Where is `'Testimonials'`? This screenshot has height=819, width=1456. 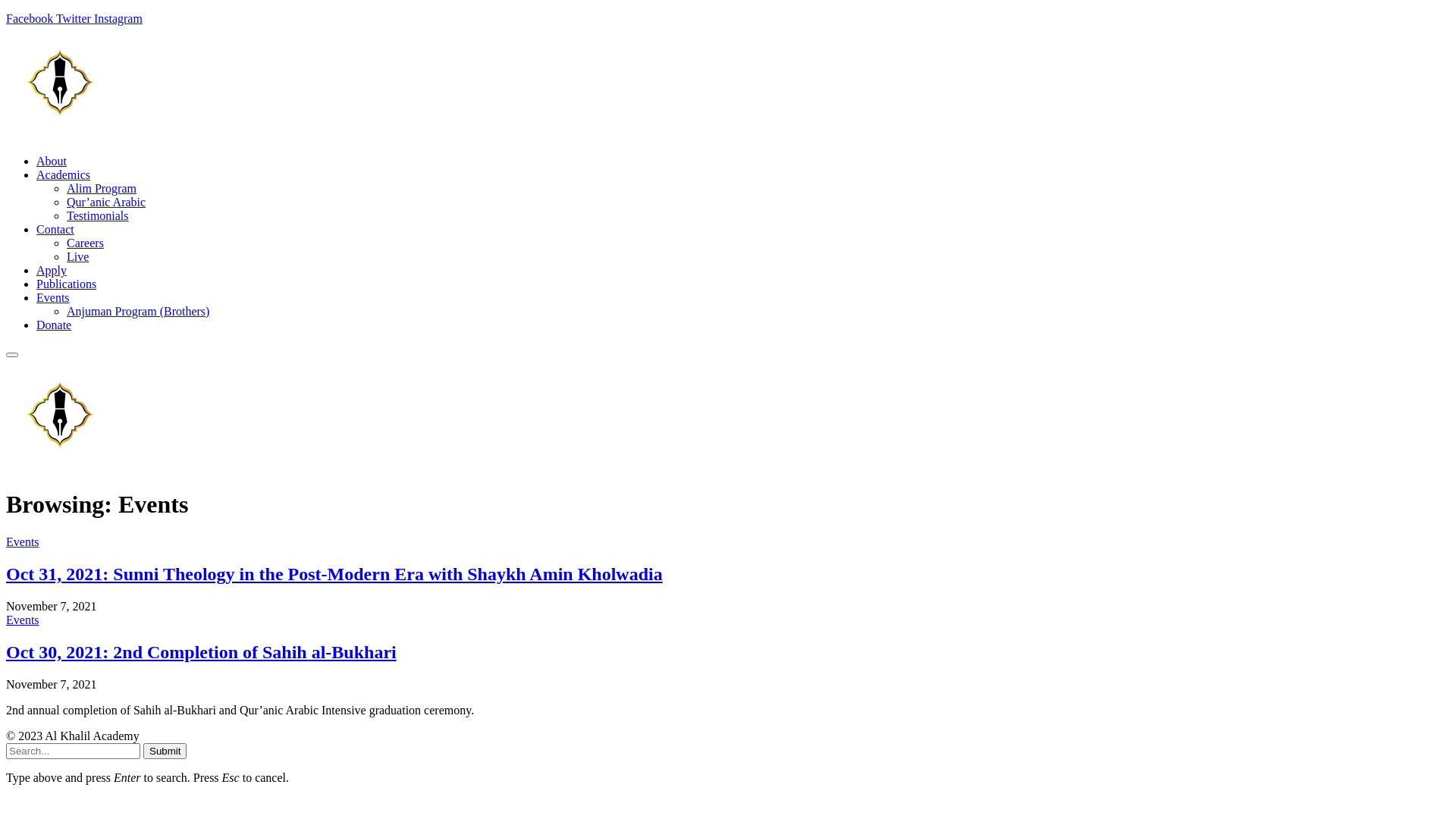
'Testimonials' is located at coordinates (65, 215).